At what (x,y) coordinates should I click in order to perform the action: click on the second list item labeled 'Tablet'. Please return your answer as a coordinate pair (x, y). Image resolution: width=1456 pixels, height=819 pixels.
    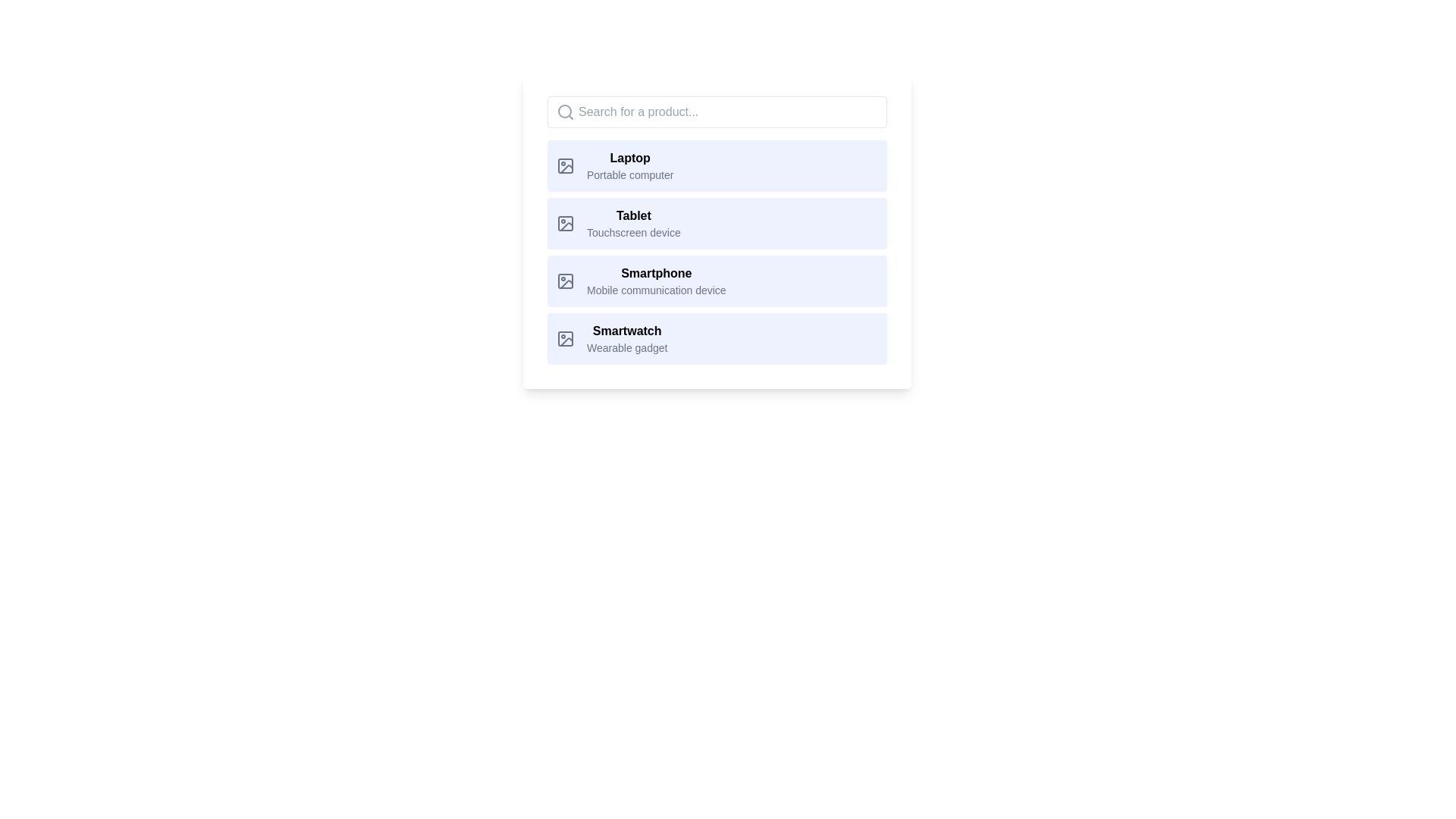
    Looking at the image, I should click on (716, 231).